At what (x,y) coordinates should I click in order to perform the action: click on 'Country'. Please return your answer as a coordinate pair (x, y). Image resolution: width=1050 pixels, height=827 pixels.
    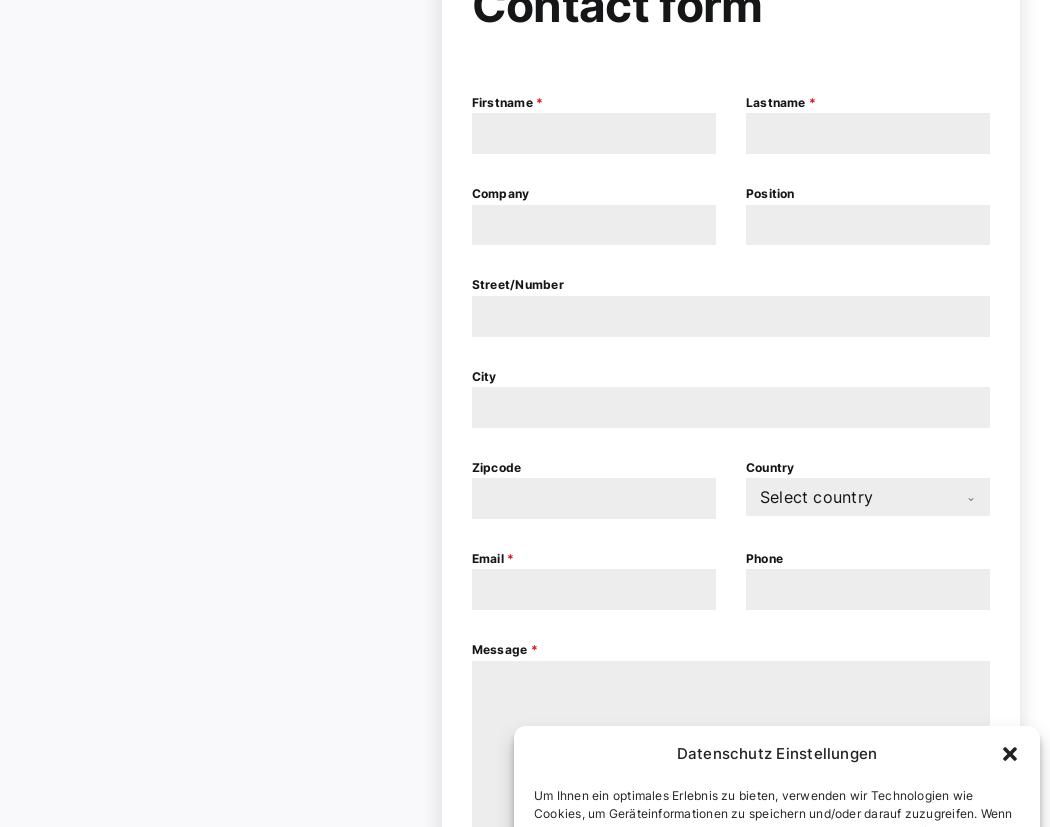
    Looking at the image, I should click on (743, 466).